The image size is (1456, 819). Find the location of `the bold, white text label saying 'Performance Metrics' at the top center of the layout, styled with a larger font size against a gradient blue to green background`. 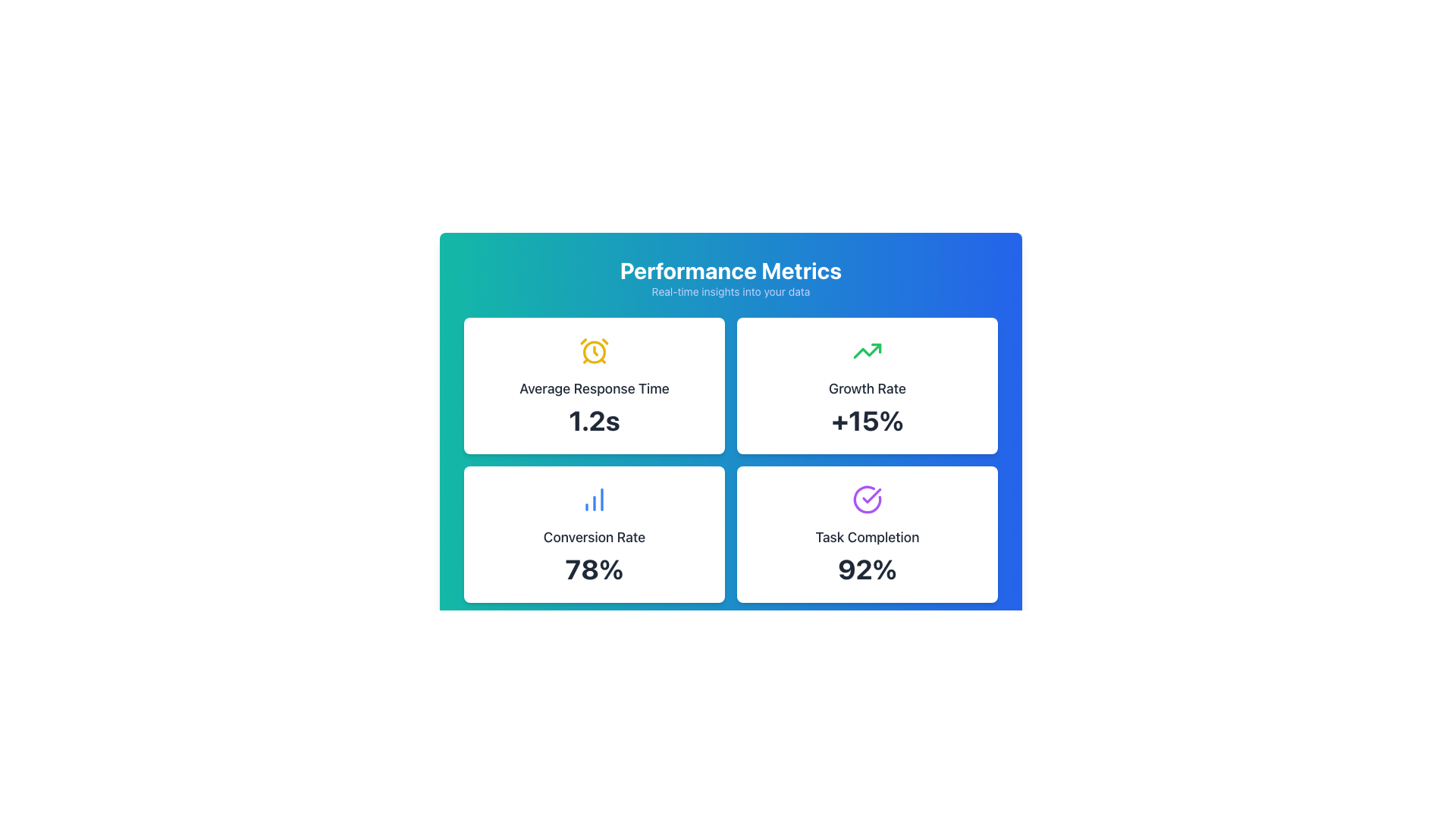

the bold, white text label saying 'Performance Metrics' at the top center of the layout, styled with a larger font size against a gradient blue to green background is located at coordinates (731, 270).